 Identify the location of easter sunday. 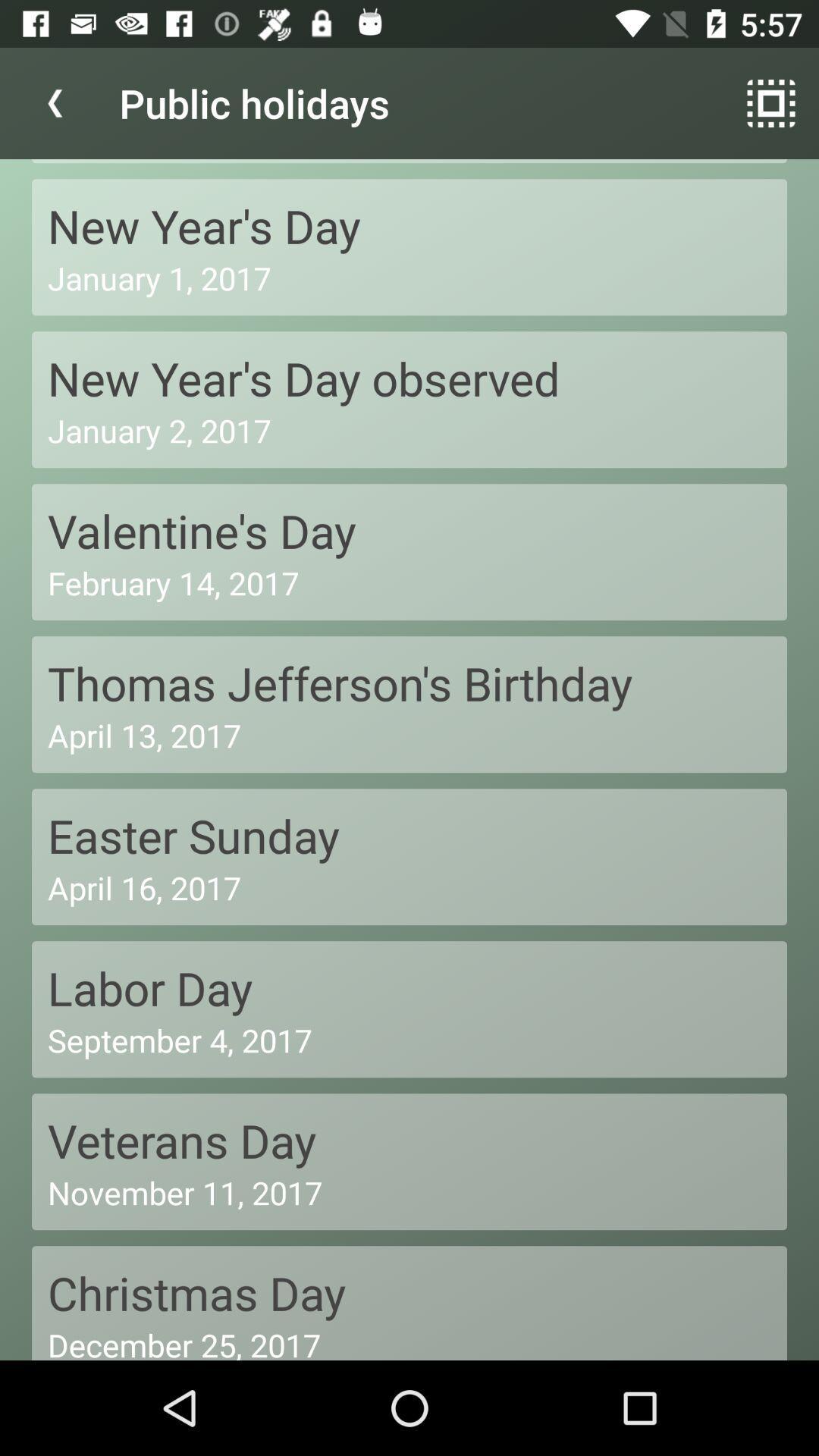
(409, 834).